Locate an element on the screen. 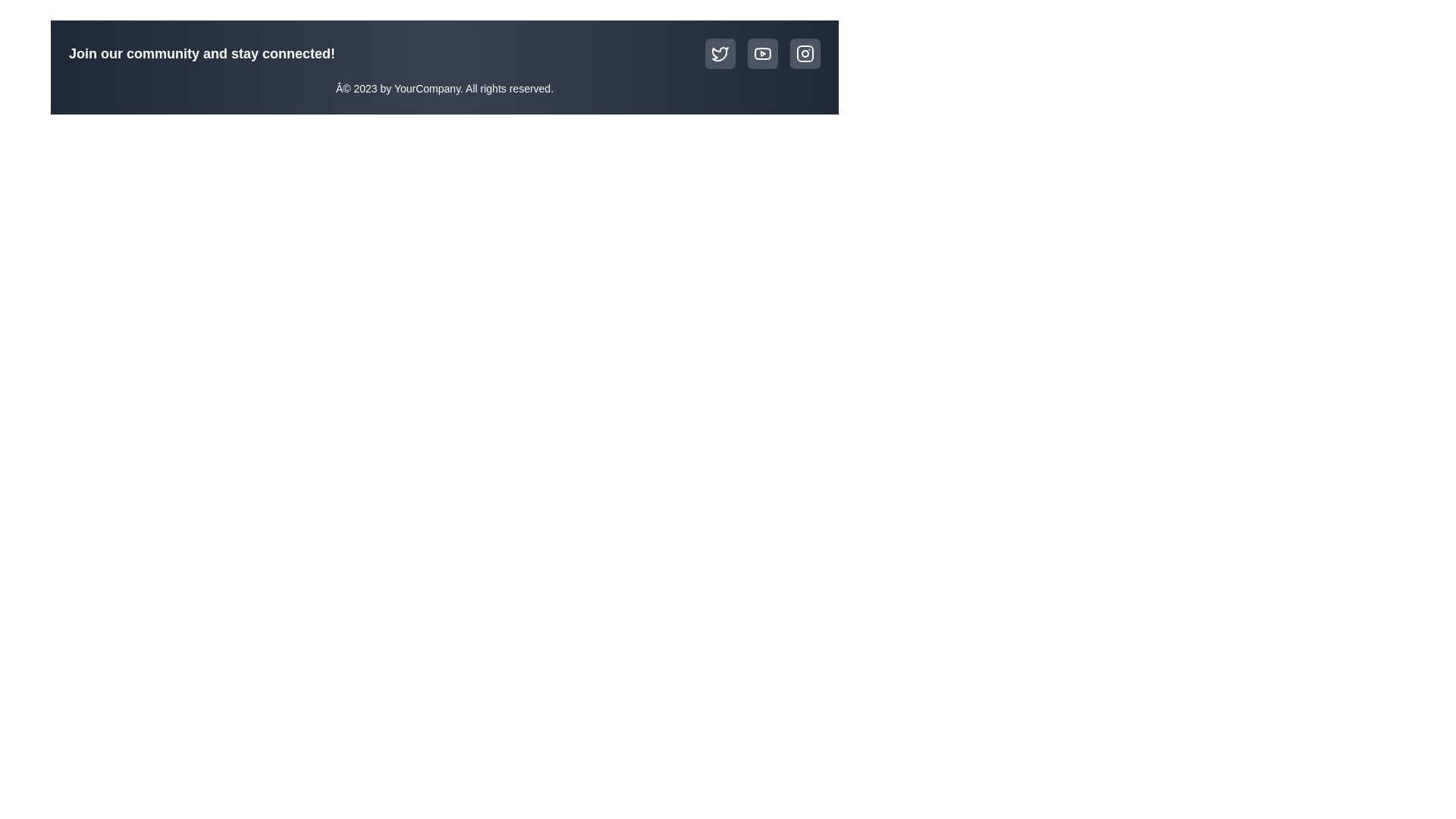 Image resolution: width=1456 pixels, height=819 pixels. the bird silhouette icon located in the top-right section of the toolbar is located at coordinates (720, 52).